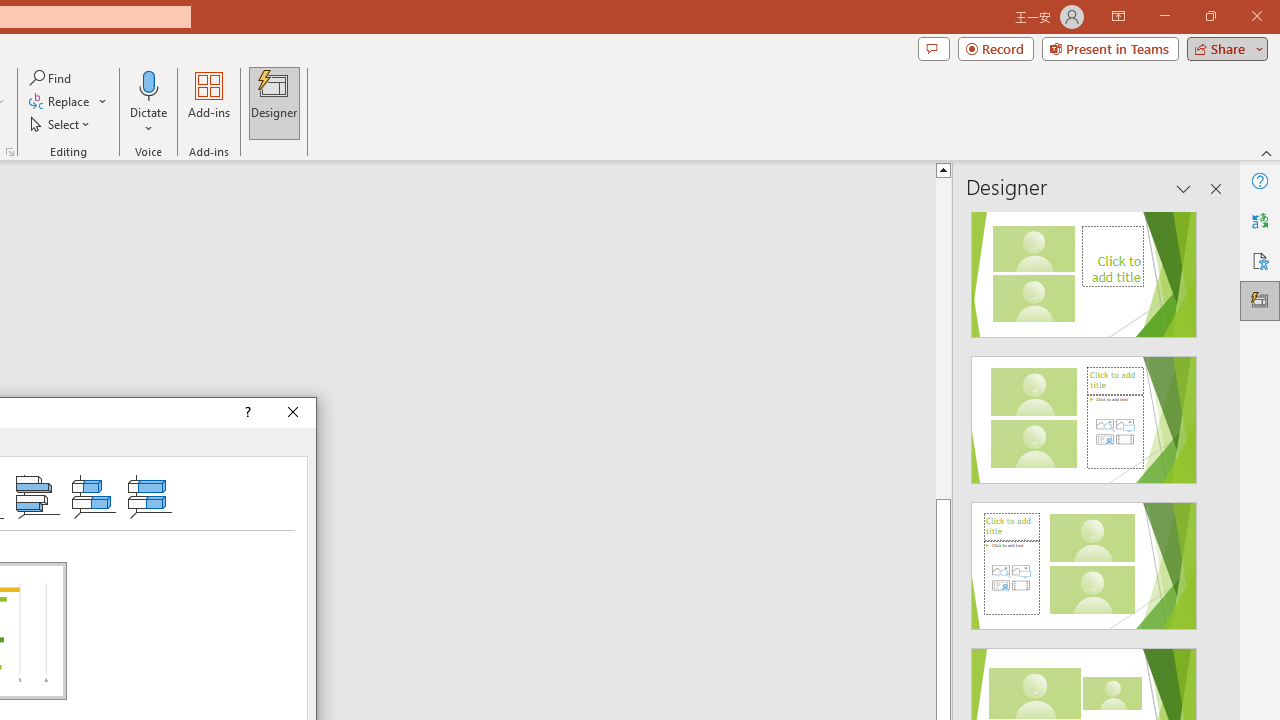 The width and height of the screenshot is (1280, 720). Describe the element at coordinates (51, 77) in the screenshot. I see `'Find...'` at that location.